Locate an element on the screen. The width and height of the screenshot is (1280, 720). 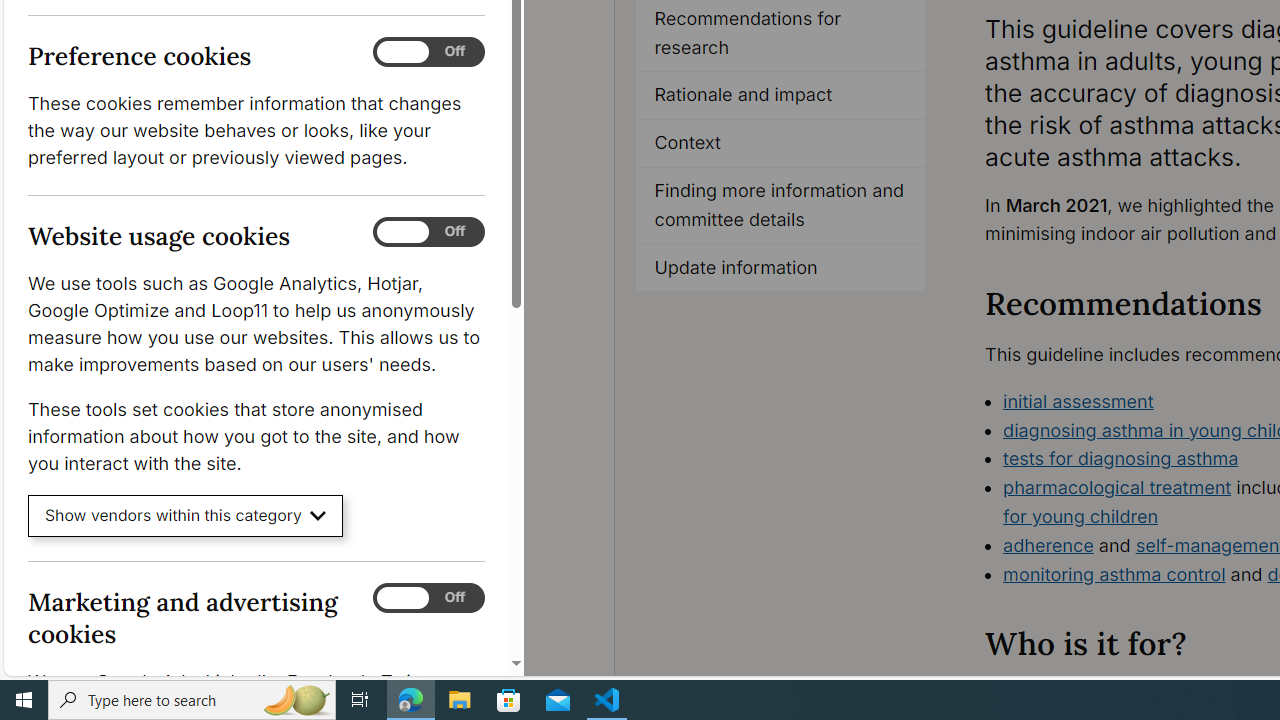
'Update information' is located at coordinates (780, 267).